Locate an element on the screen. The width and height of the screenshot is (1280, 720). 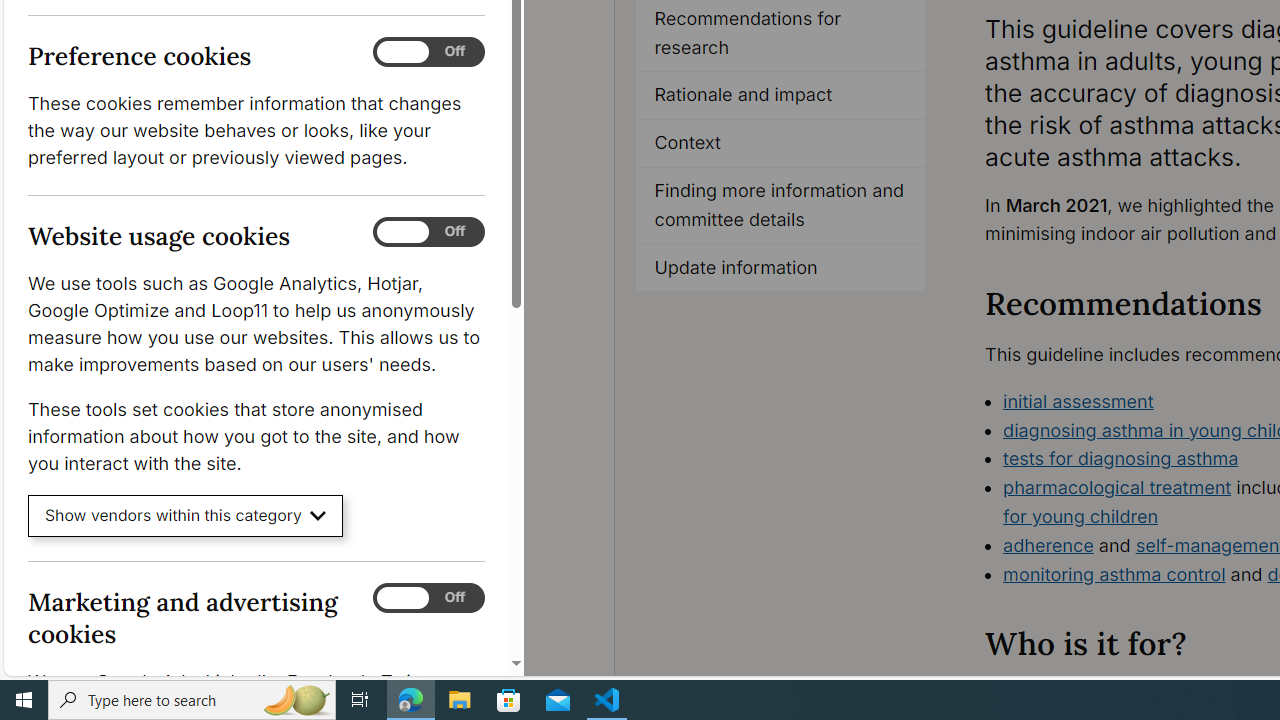
'Update information' is located at coordinates (780, 267).